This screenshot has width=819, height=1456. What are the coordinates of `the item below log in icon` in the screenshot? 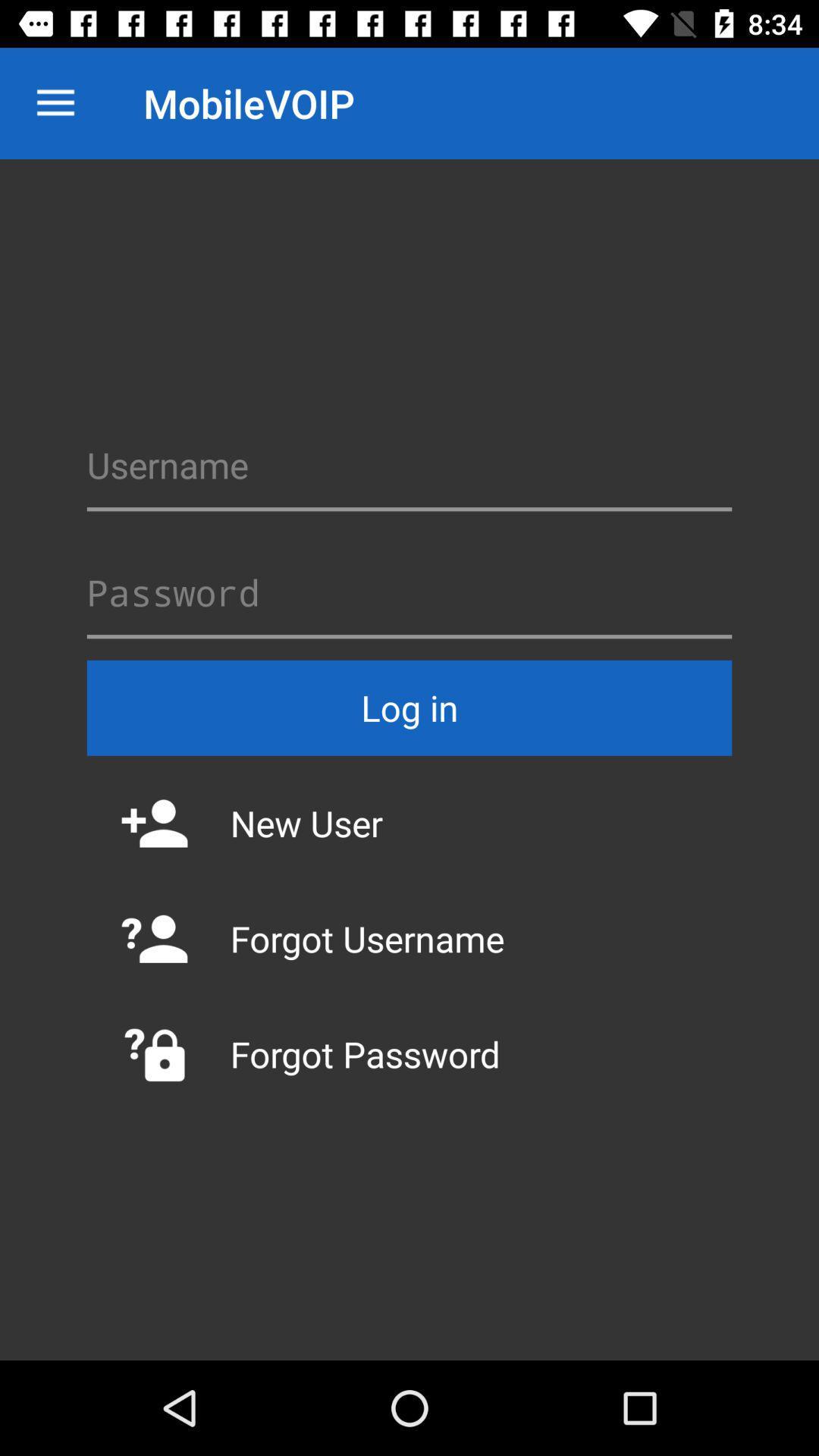 It's located at (409, 822).